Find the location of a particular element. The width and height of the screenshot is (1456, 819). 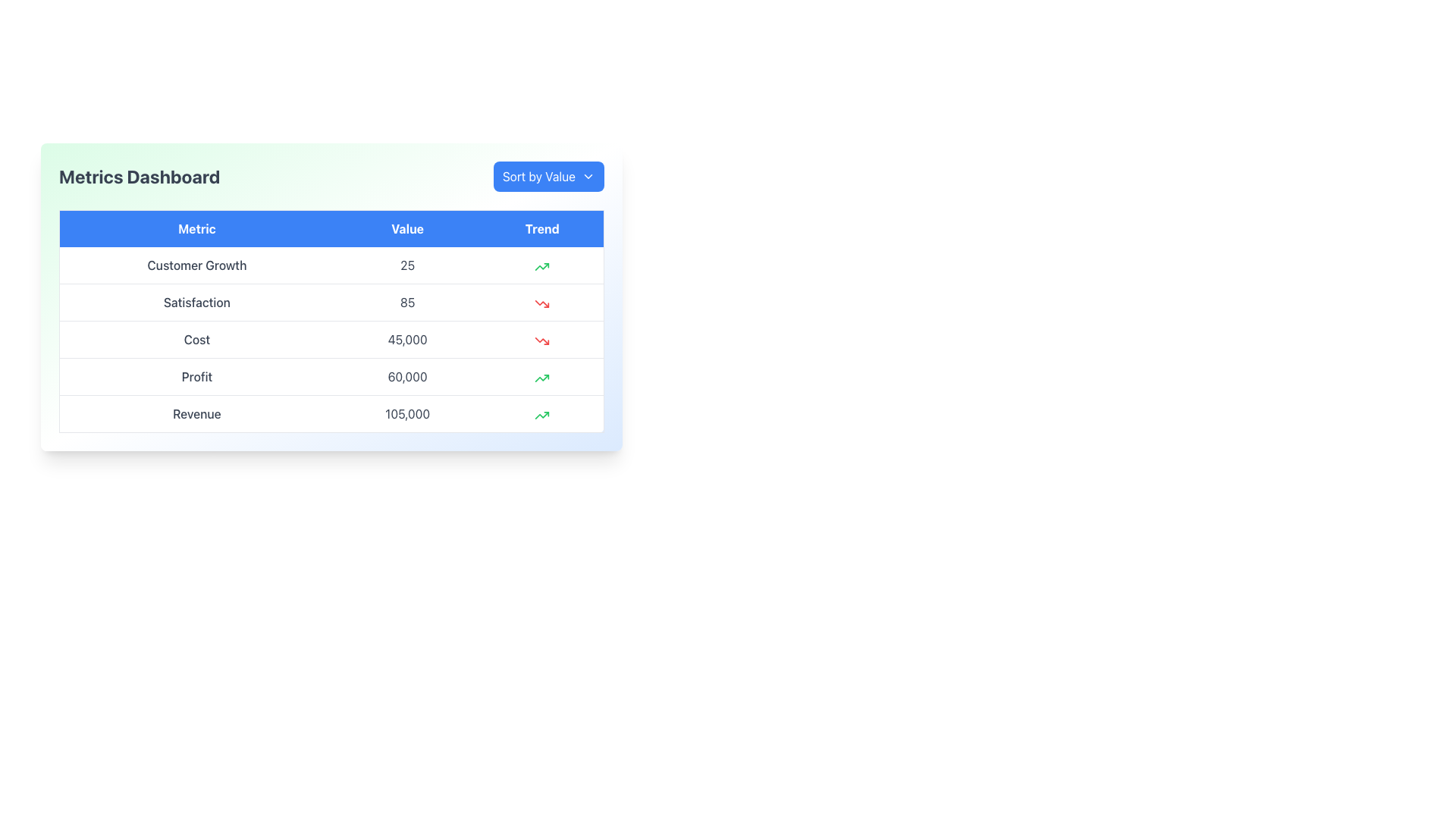

the red, downward-pointing zigzag arrow icon representing a negative trend in the 'Satisfaction' row under the 'Trend' header of the table is located at coordinates (542, 303).